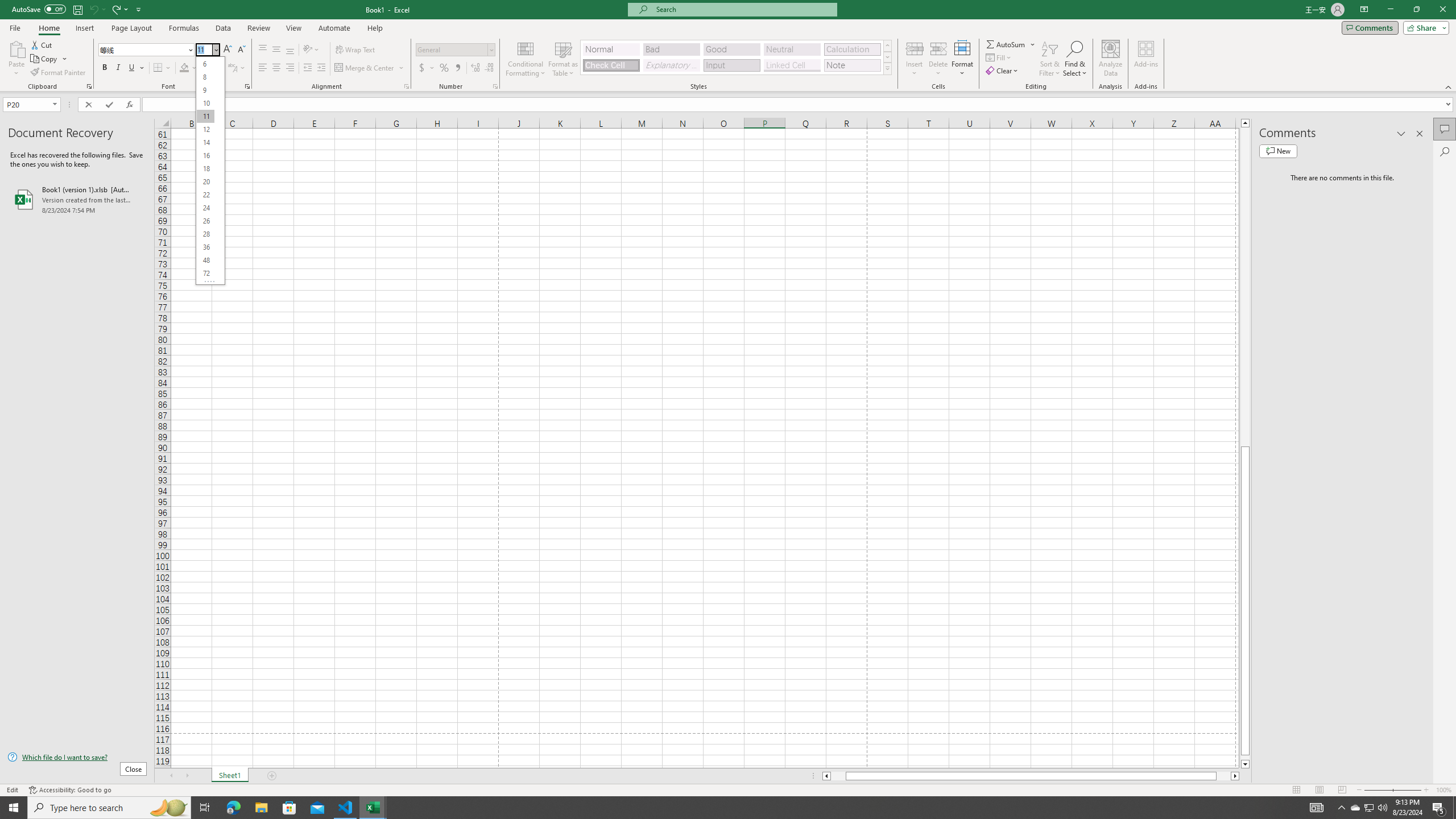  What do you see at coordinates (227, 49) in the screenshot?
I see `'Increase Font Size'` at bounding box center [227, 49].